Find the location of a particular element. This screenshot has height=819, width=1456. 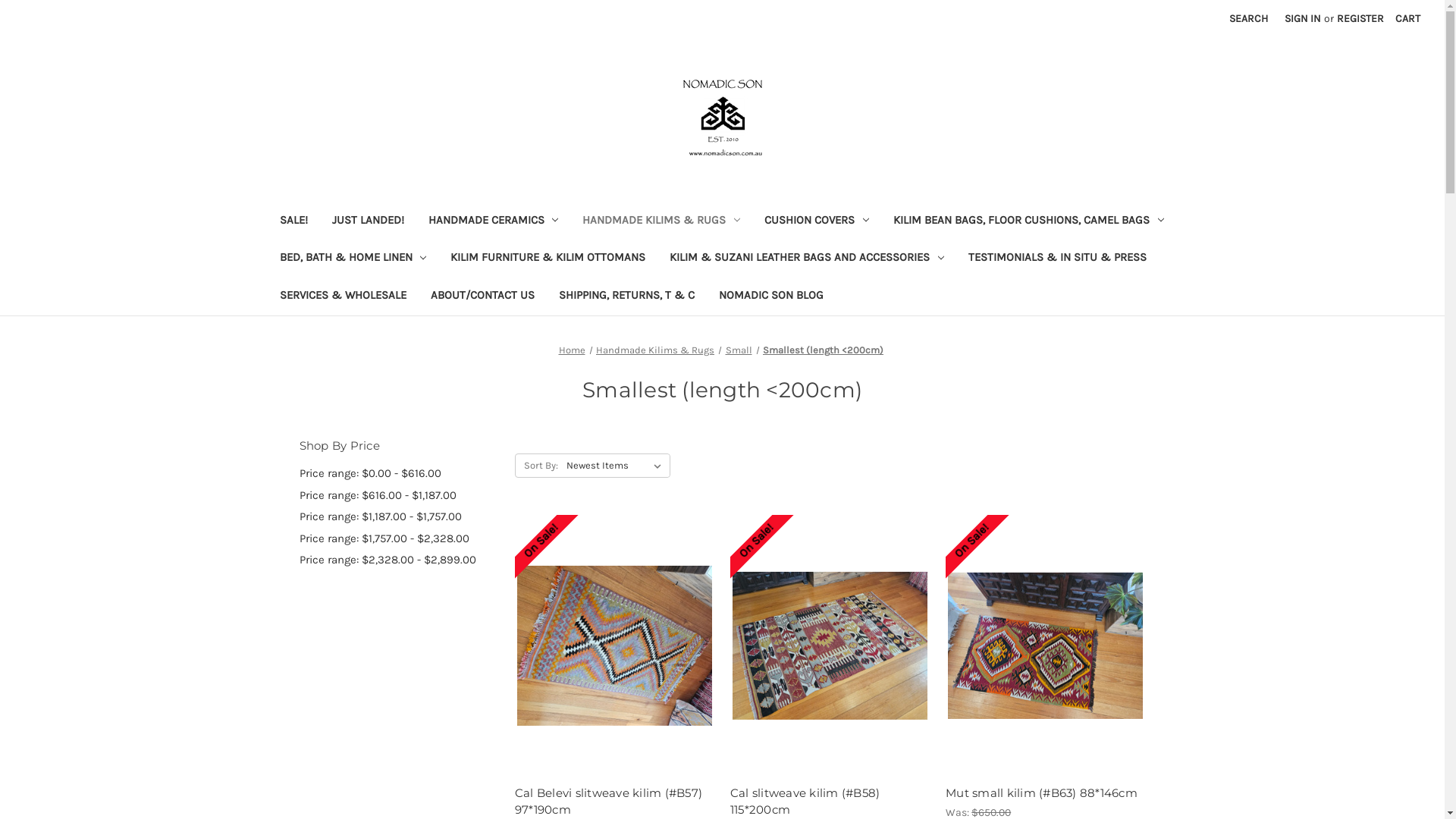

'TESTIMONIALS & IN SITU & PRESS' is located at coordinates (1056, 258).